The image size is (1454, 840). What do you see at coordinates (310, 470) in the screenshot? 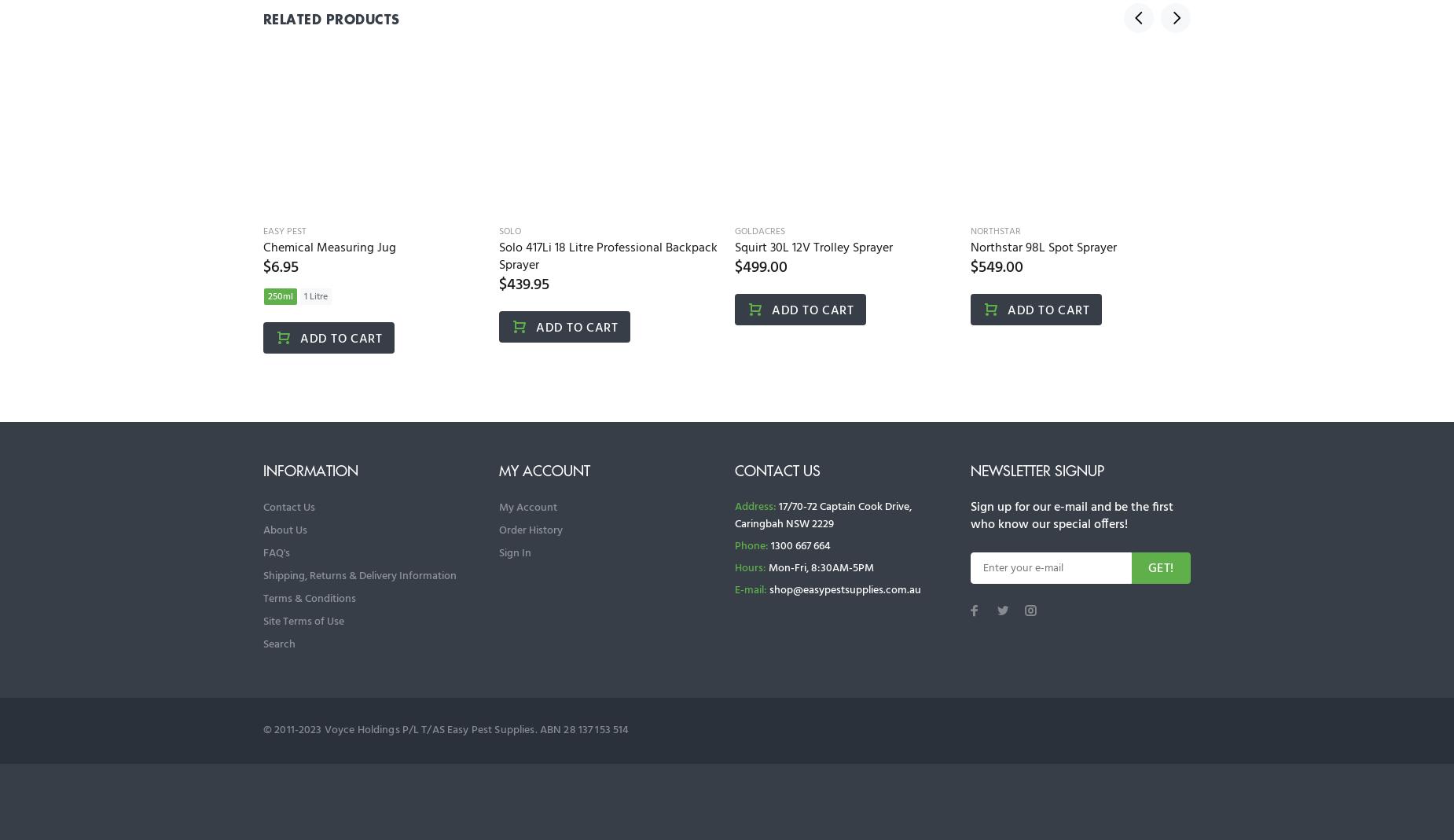
I see `'INFORMATION'` at bounding box center [310, 470].